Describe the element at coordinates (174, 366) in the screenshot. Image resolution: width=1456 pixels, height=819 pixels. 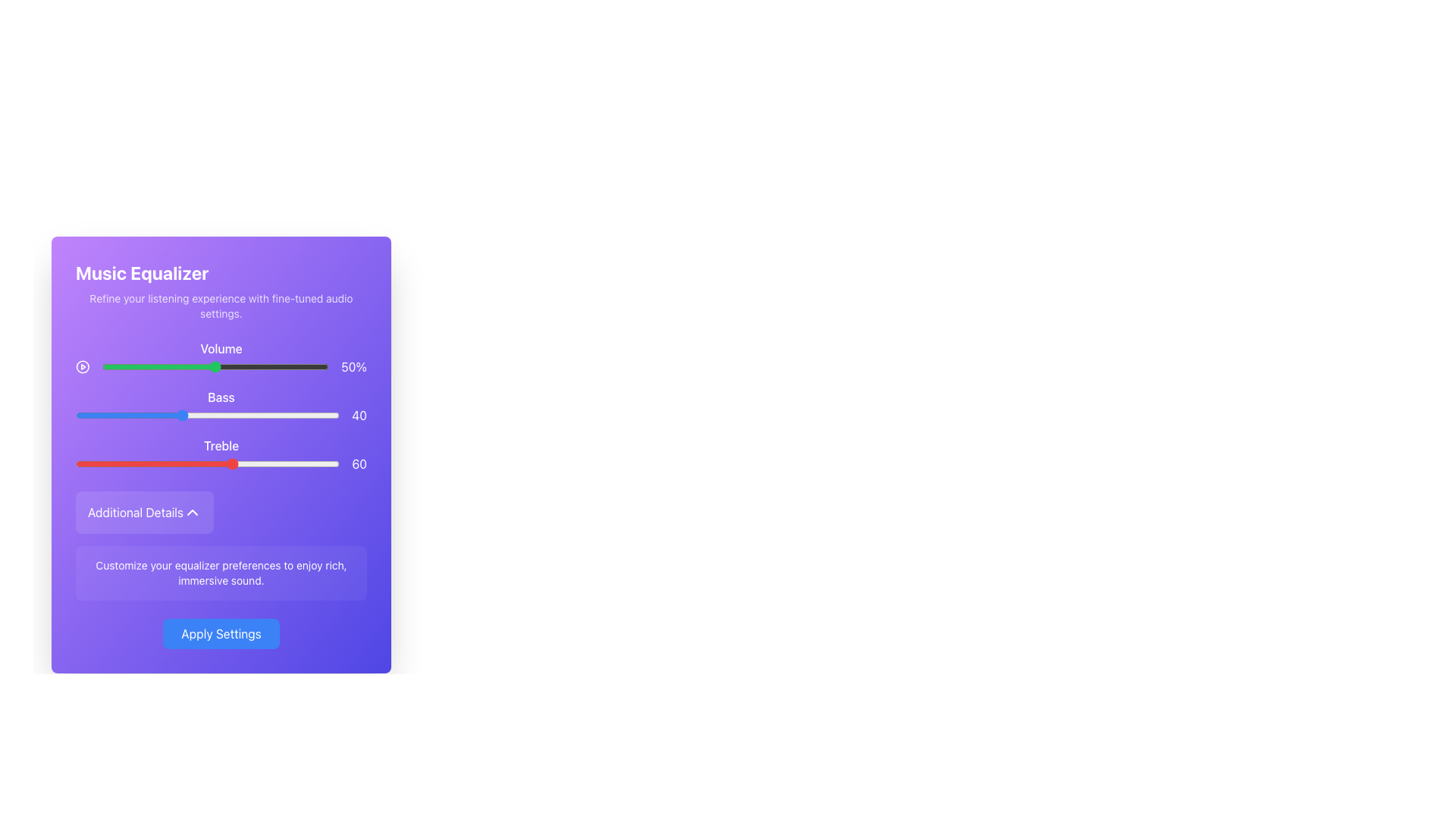
I see `the slider` at that location.